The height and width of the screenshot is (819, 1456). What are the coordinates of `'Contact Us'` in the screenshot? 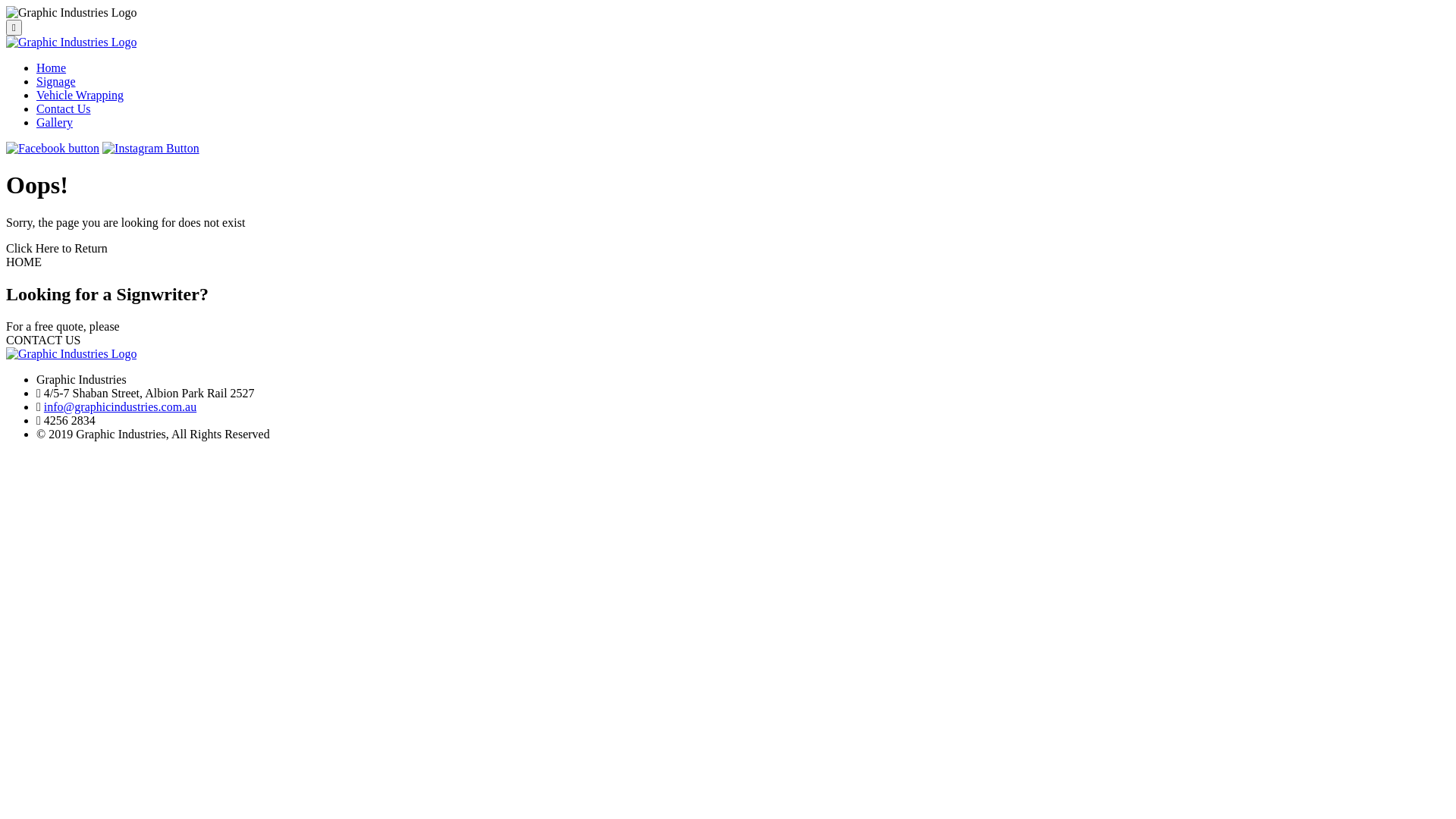 It's located at (36, 108).